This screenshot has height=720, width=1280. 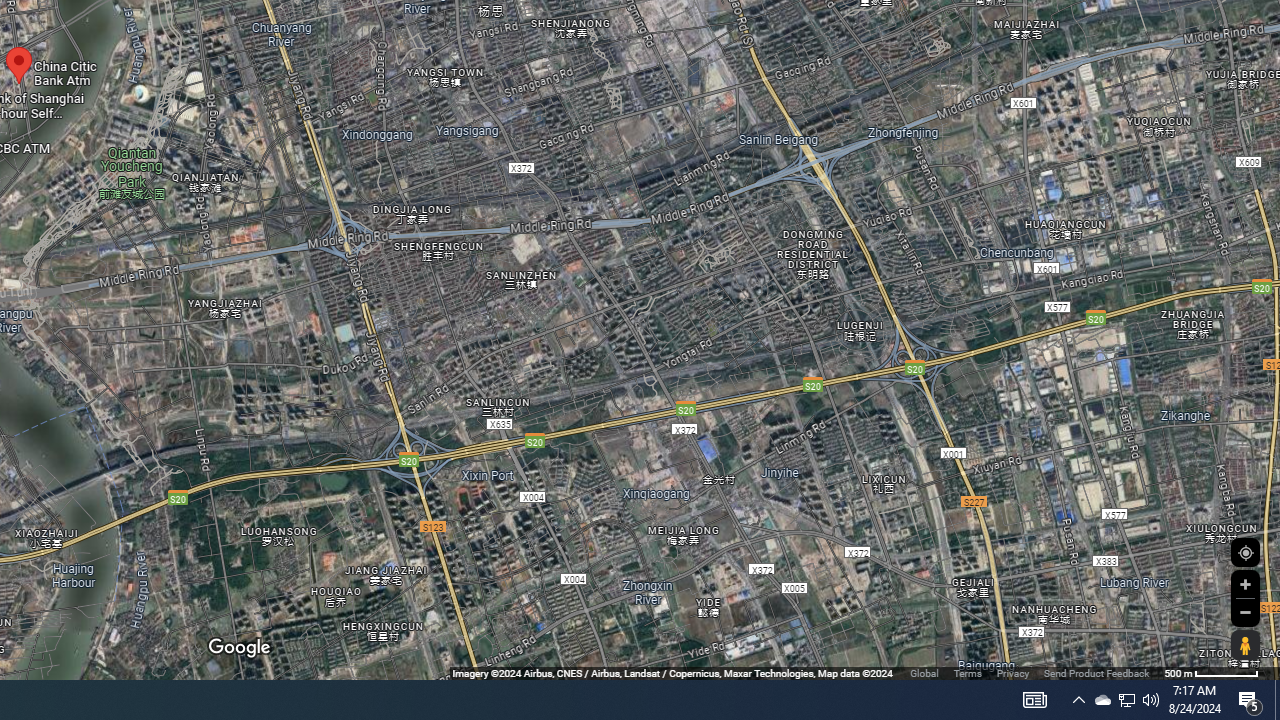 I want to click on 'Show Your Location', so click(x=1244, y=552).